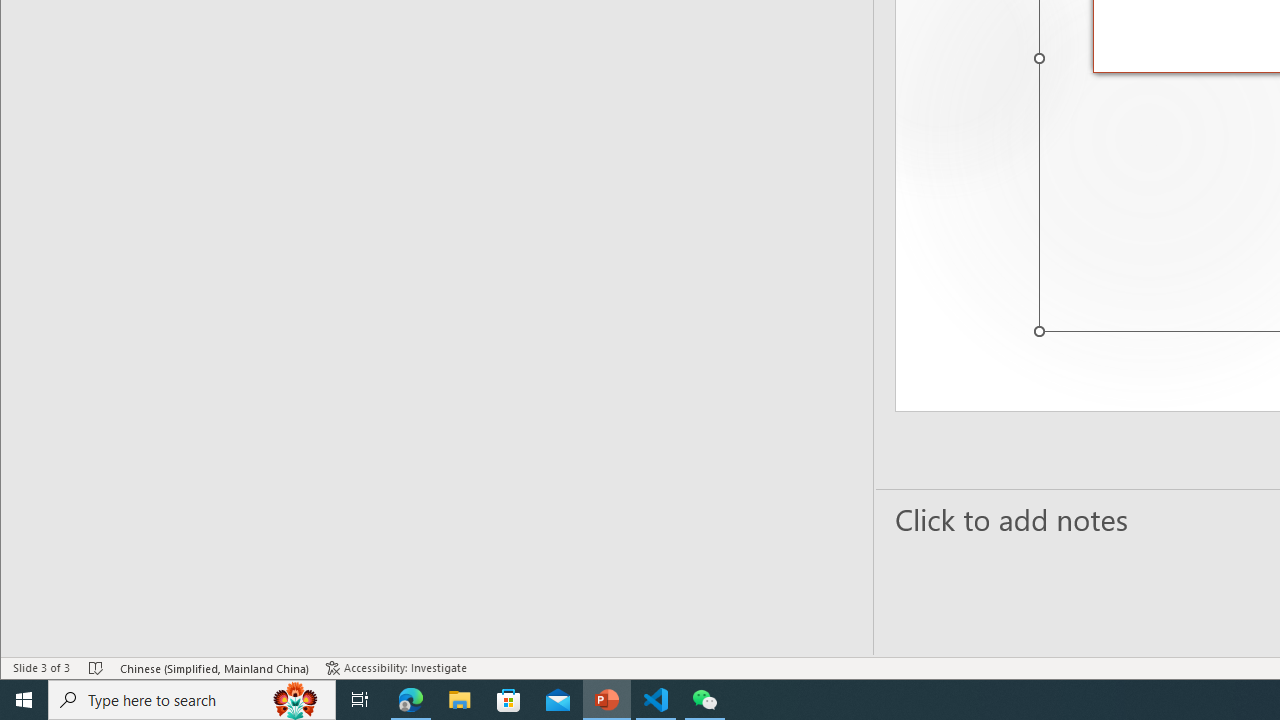 The width and height of the screenshot is (1280, 720). What do you see at coordinates (294, 698) in the screenshot?
I see `'Search highlights icon opens search home window'` at bounding box center [294, 698].